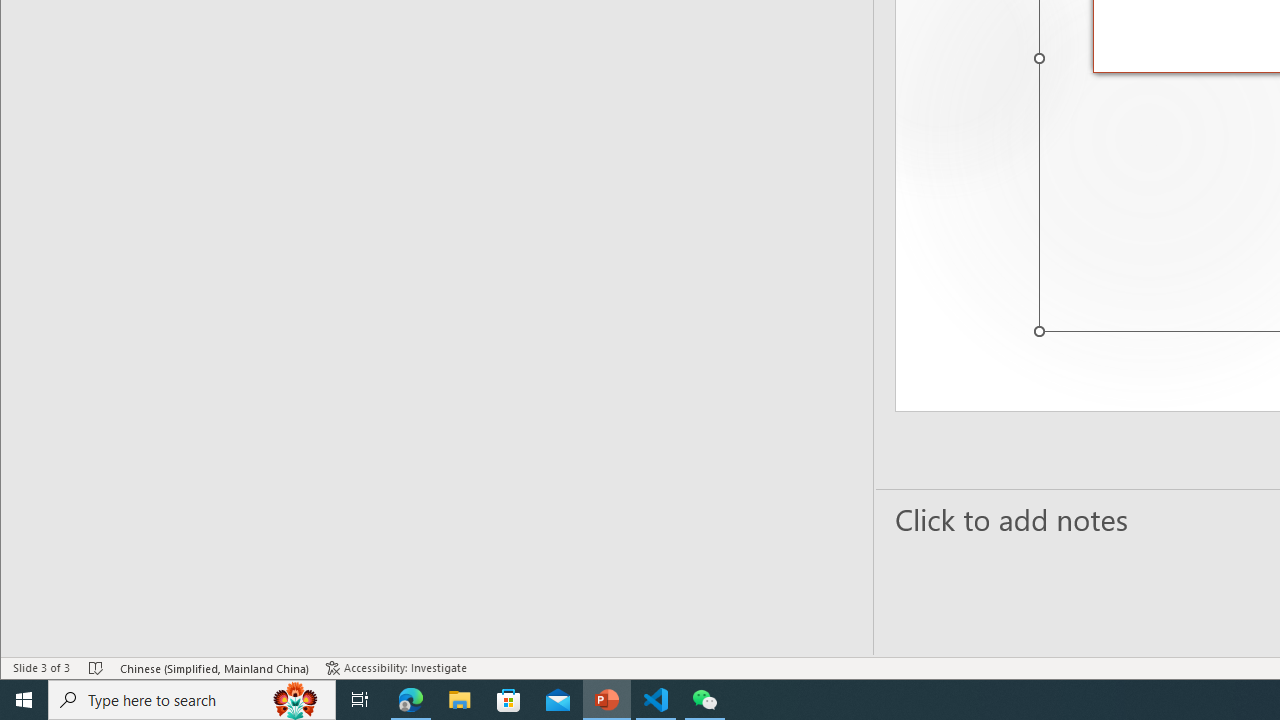 The width and height of the screenshot is (1280, 720). What do you see at coordinates (294, 698) in the screenshot?
I see `'Search highlights icon opens search home window'` at bounding box center [294, 698].